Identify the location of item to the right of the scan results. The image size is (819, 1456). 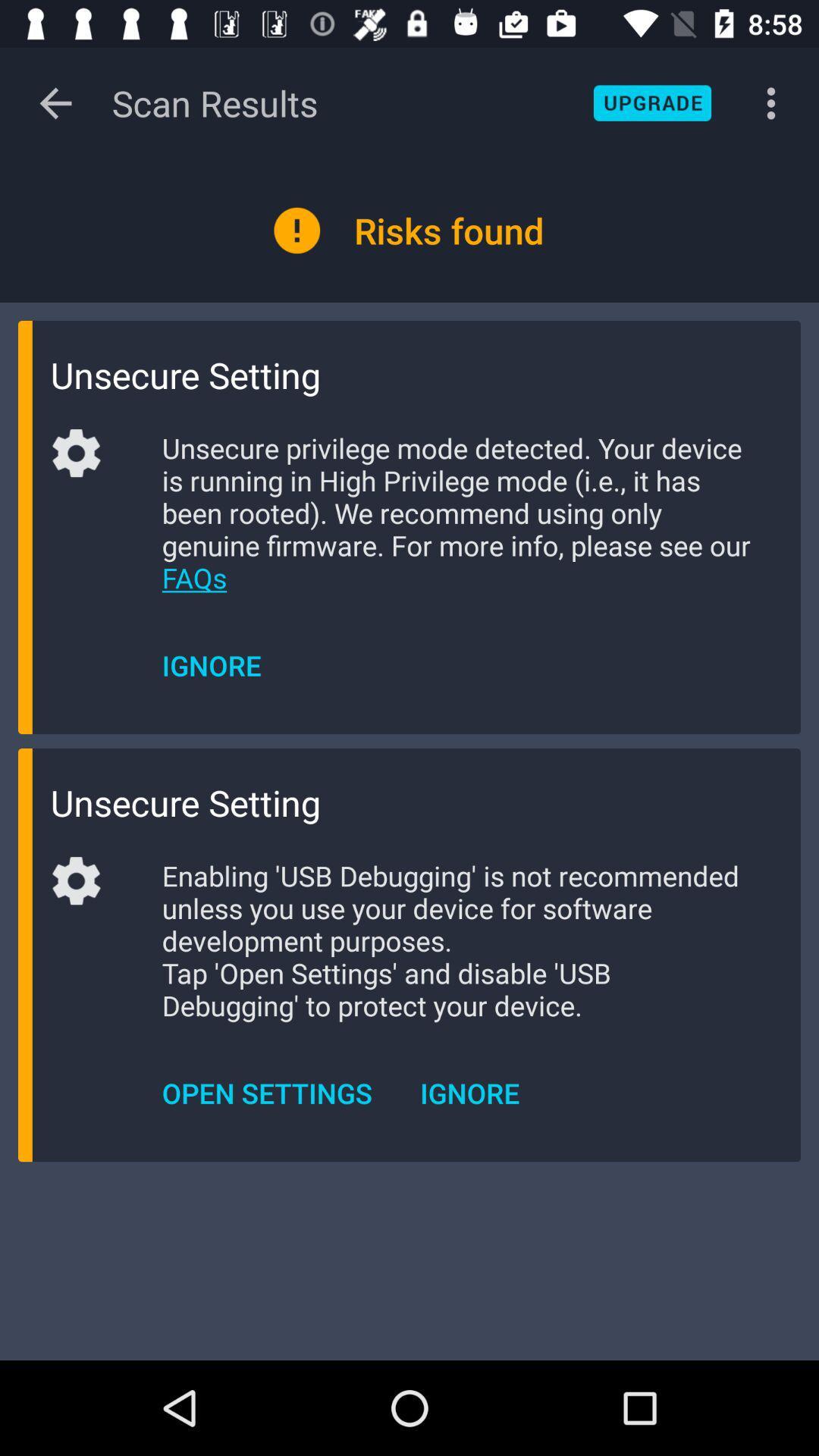
(651, 102).